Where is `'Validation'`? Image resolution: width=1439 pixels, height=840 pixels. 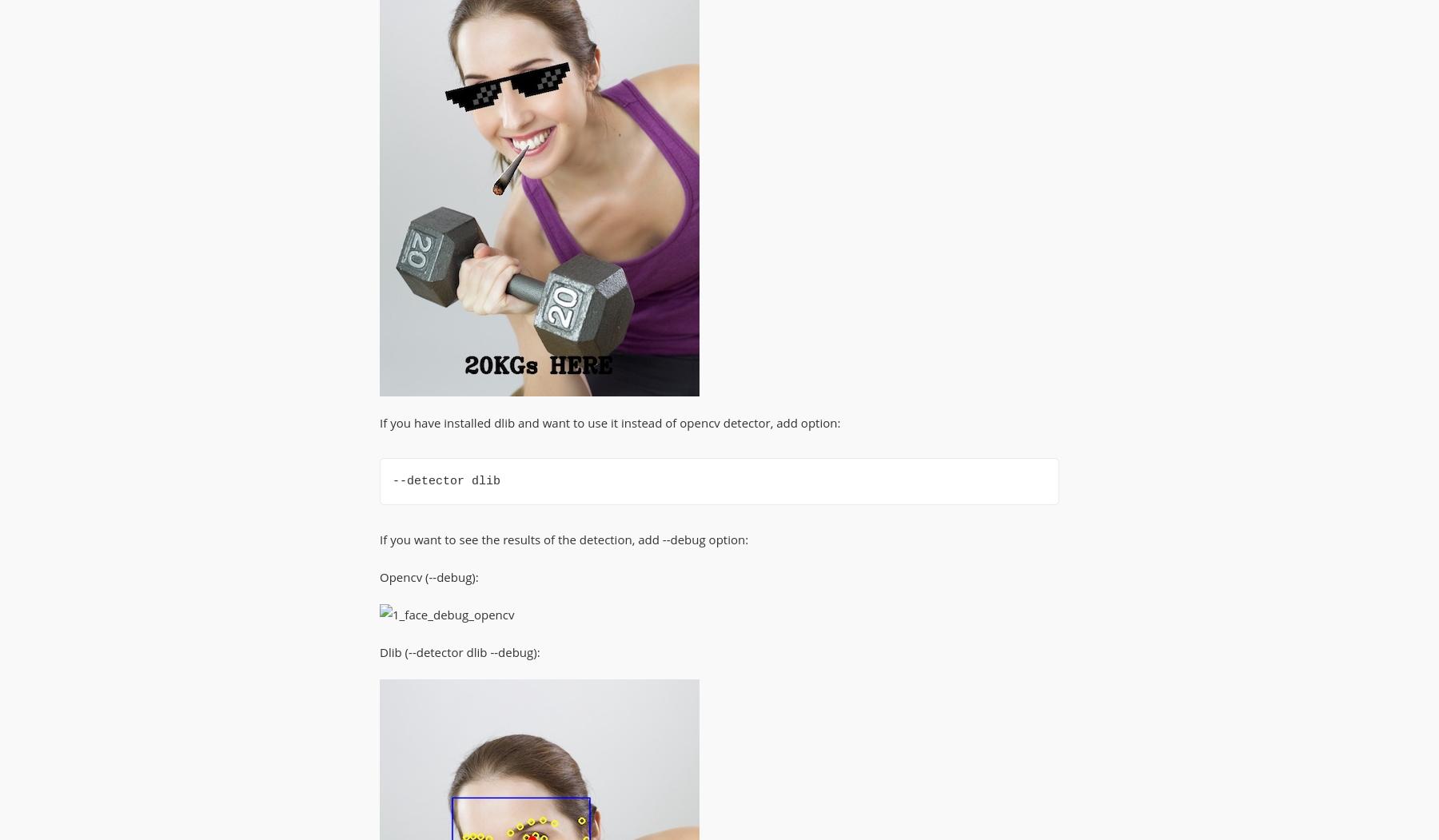 'Validation' is located at coordinates (602, 73).